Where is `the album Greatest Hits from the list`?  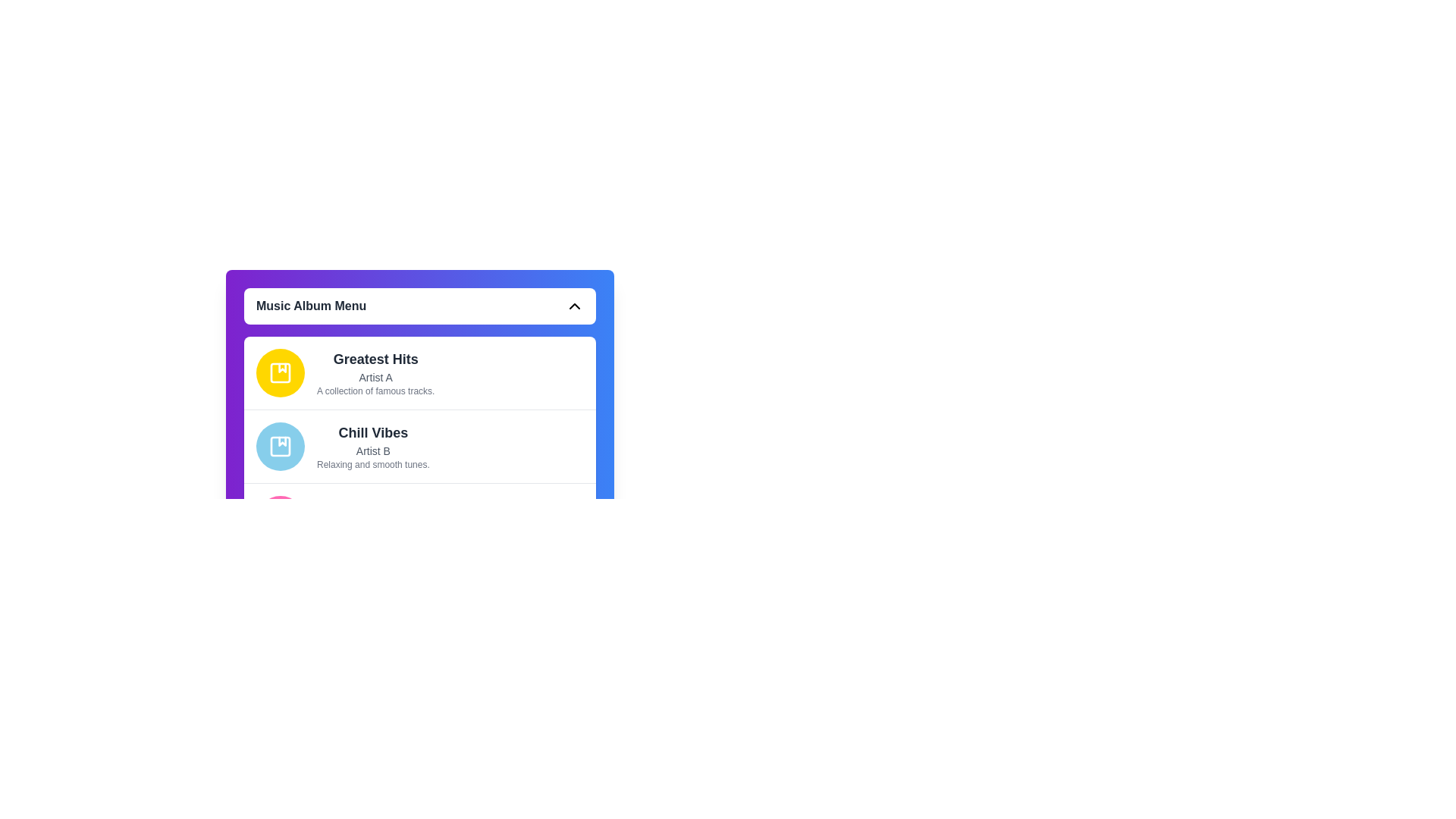
the album Greatest Hits from the list is located at coordinates (419, 373).